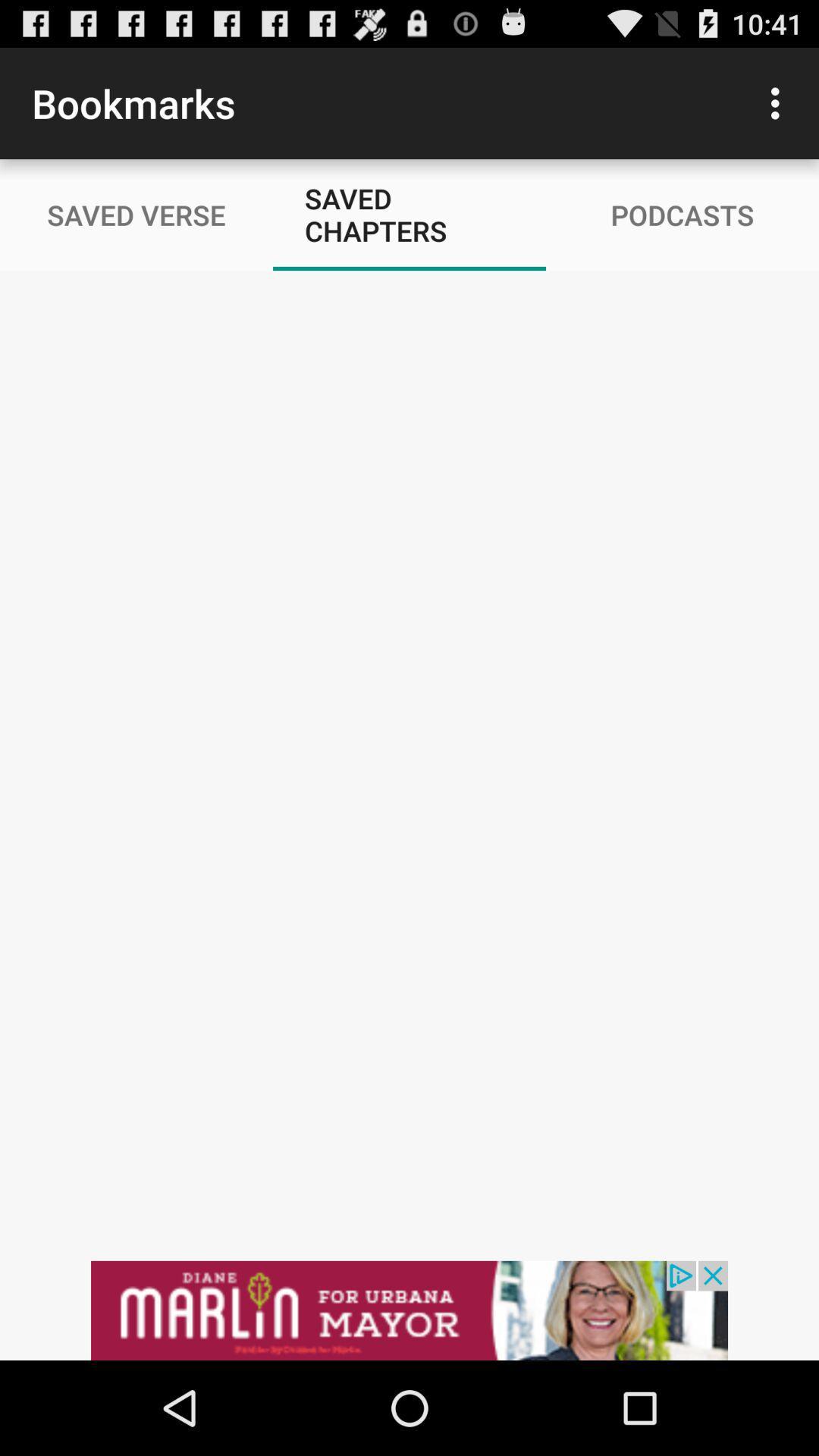 This screenshot has width=819, height=1456. Describe the element at coordinates (409, 1310) in the screenshot. I see `adverstment option` at that location.